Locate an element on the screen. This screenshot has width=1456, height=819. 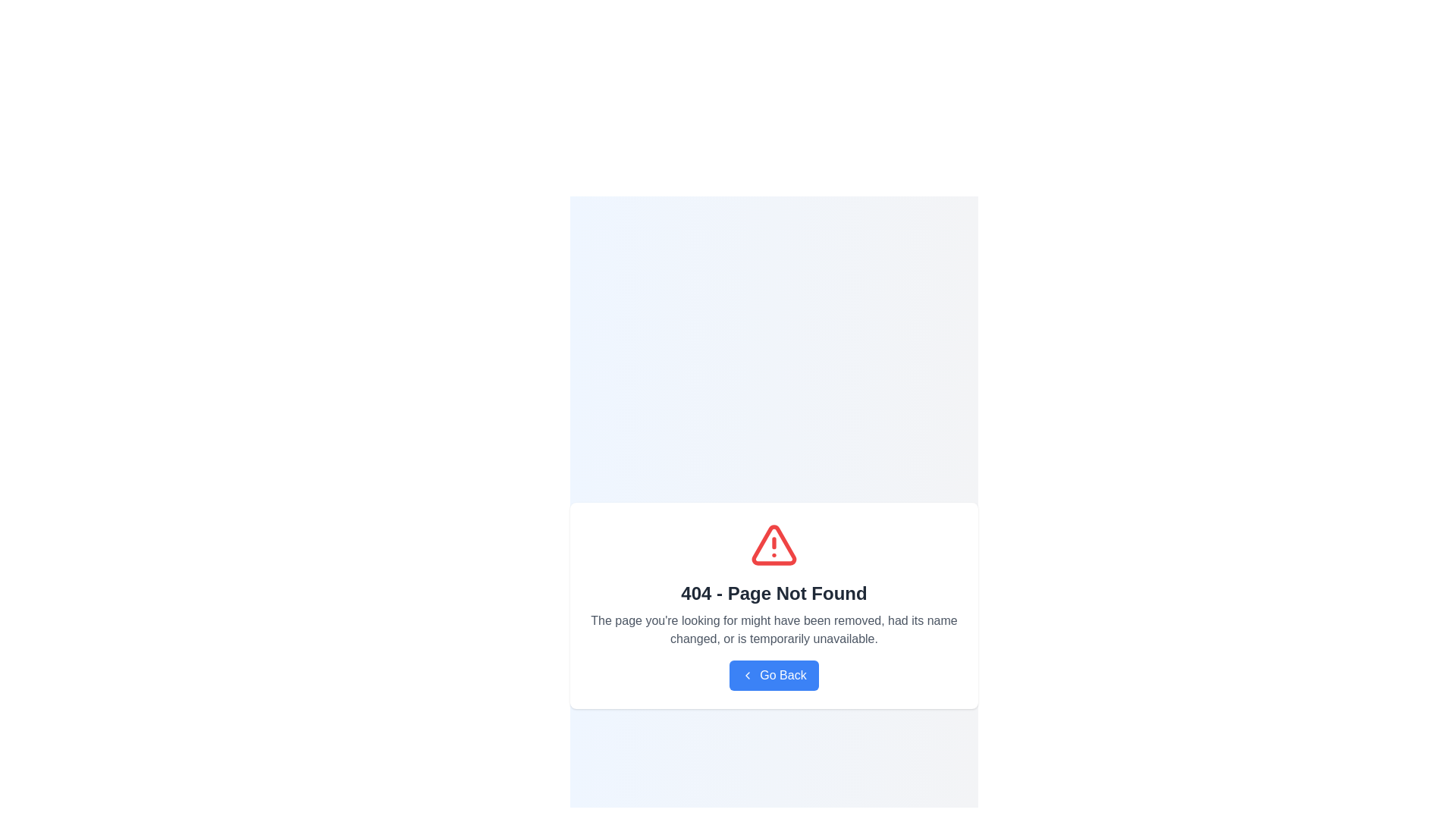
the left-facing chevron icon located within the 'Go Back' button is located at coordinates (748, 675).